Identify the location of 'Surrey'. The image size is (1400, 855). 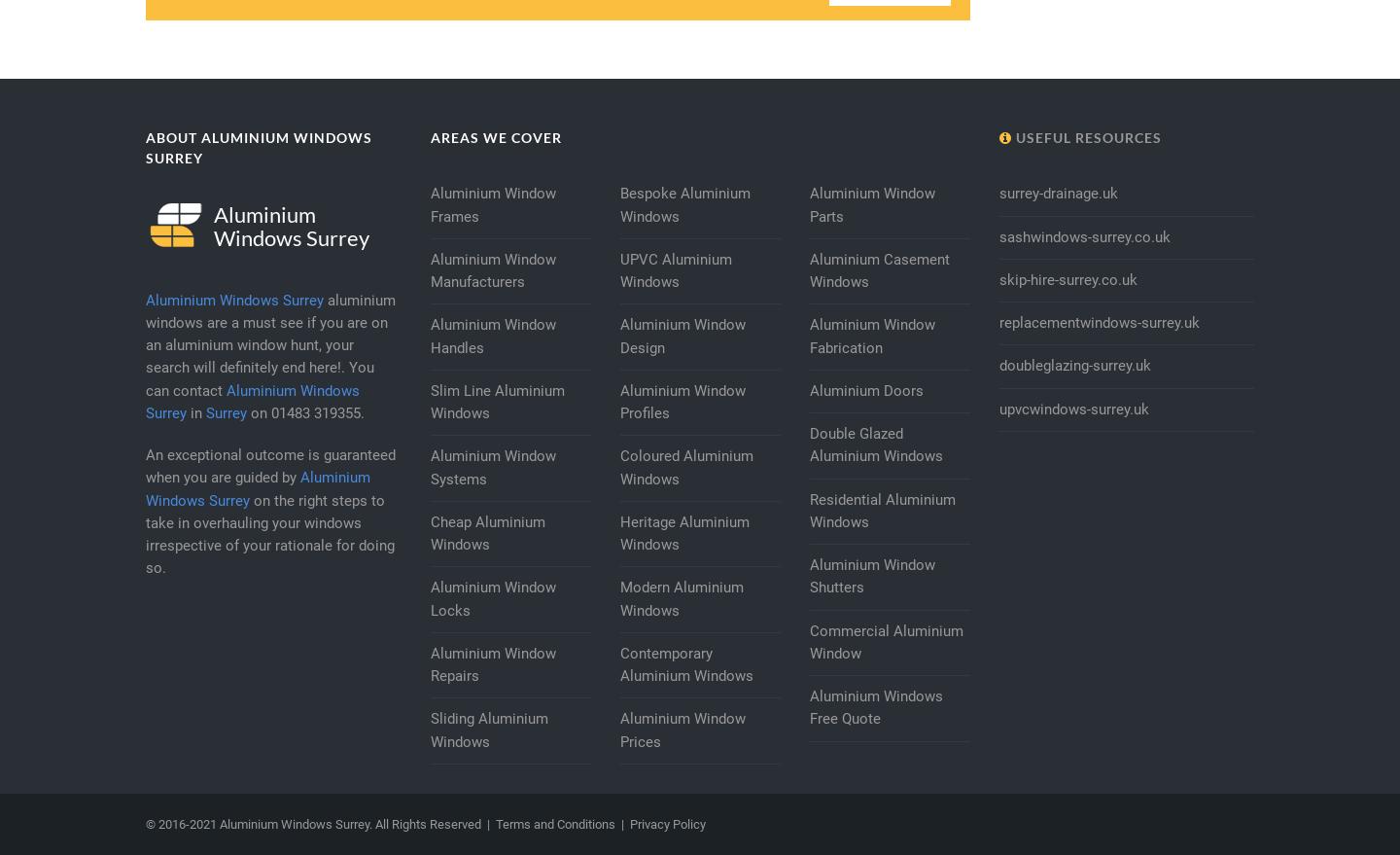
(226, 411).